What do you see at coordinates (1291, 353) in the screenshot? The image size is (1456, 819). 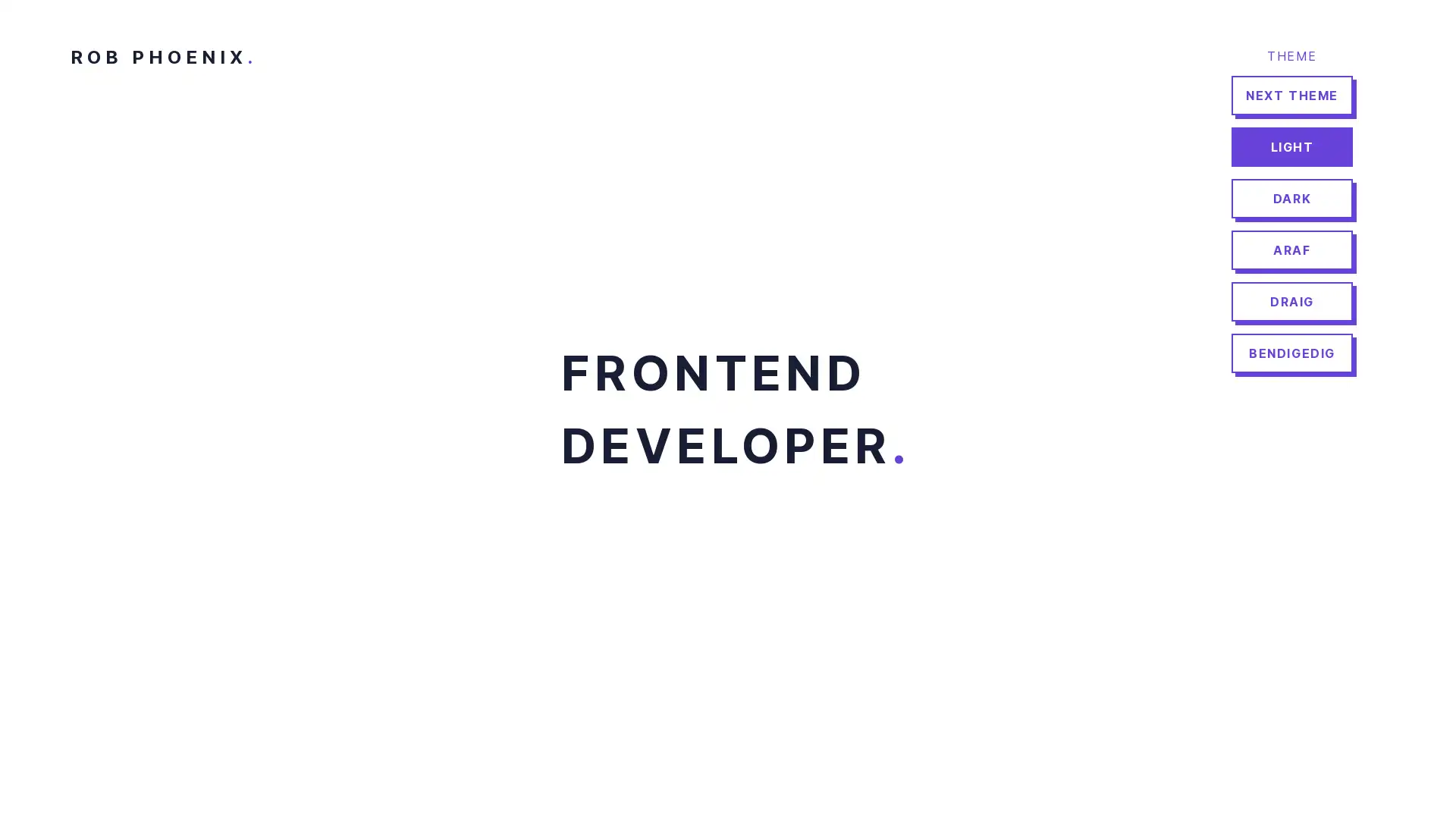 I see `BENDIGEDIG` at bounding box center [1291, 353].